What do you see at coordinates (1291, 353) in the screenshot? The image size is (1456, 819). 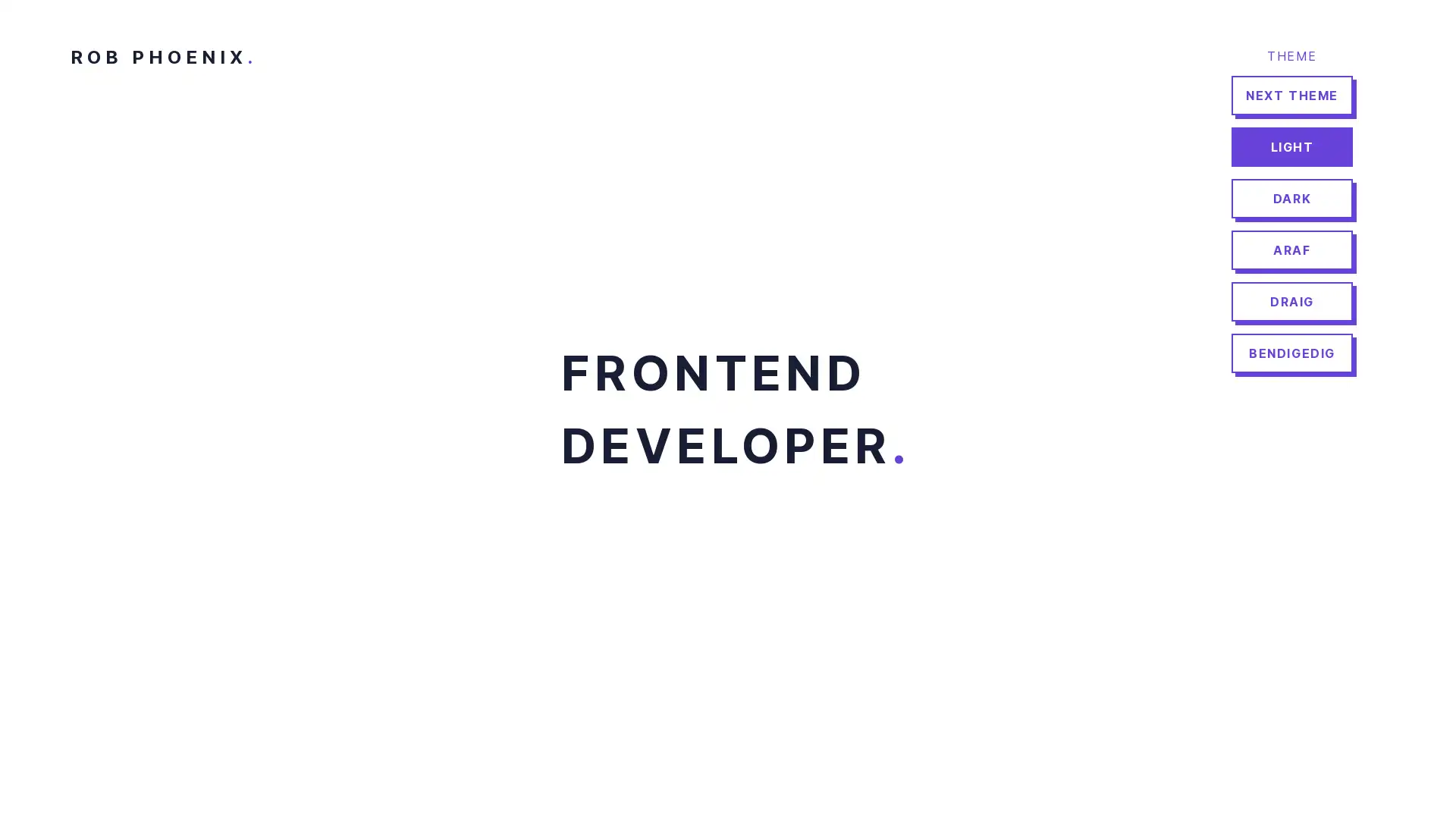 I see `BENDIGEDIG` at bounding box center [1291, 353].